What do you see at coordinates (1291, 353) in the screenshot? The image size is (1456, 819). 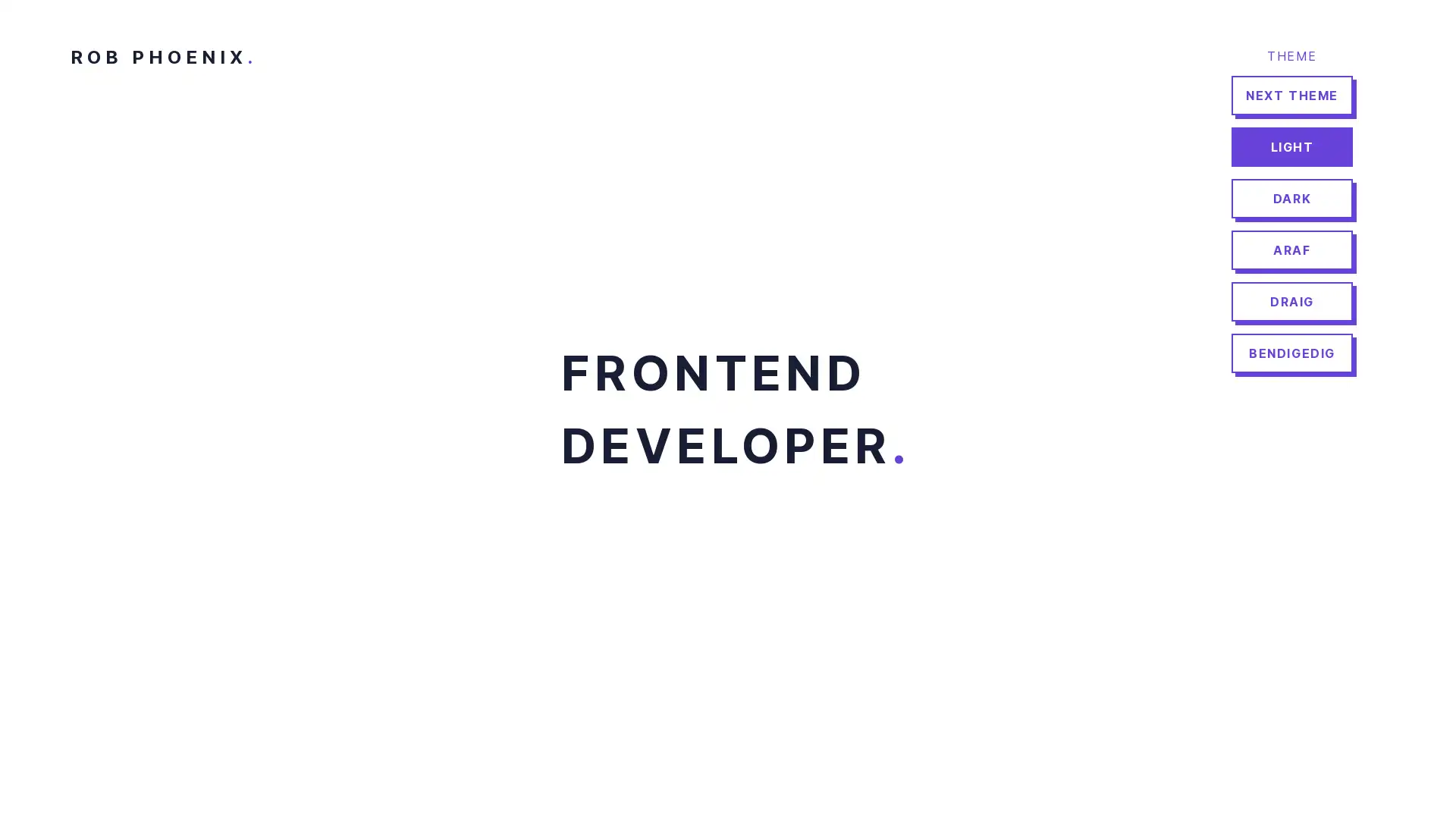 I see `BENDIGEDIG` at bounding box center [1291, 353].